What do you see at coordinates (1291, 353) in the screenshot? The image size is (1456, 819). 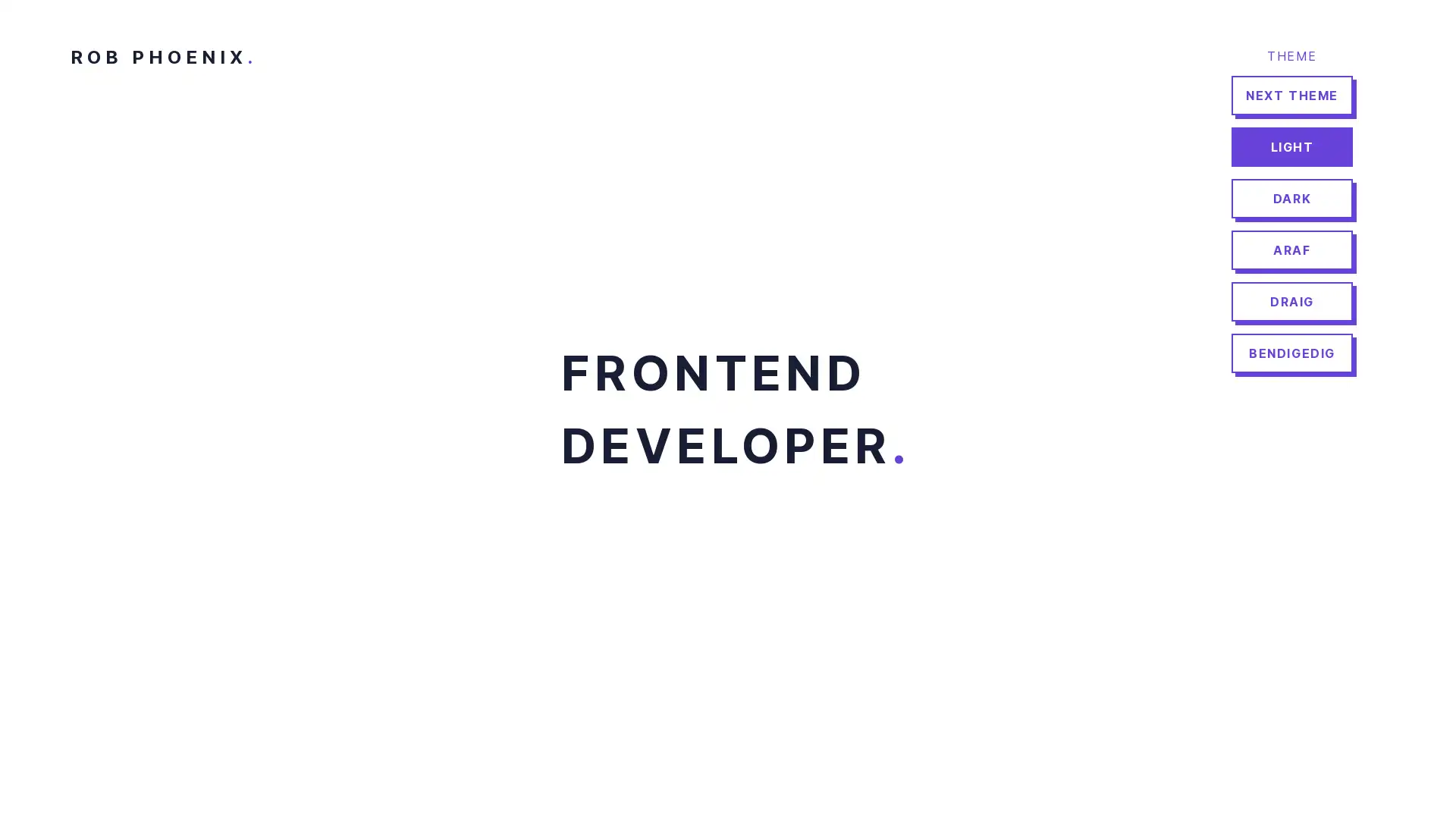 I see `BENDIGEDIG` at bounding box center [1291, 353].